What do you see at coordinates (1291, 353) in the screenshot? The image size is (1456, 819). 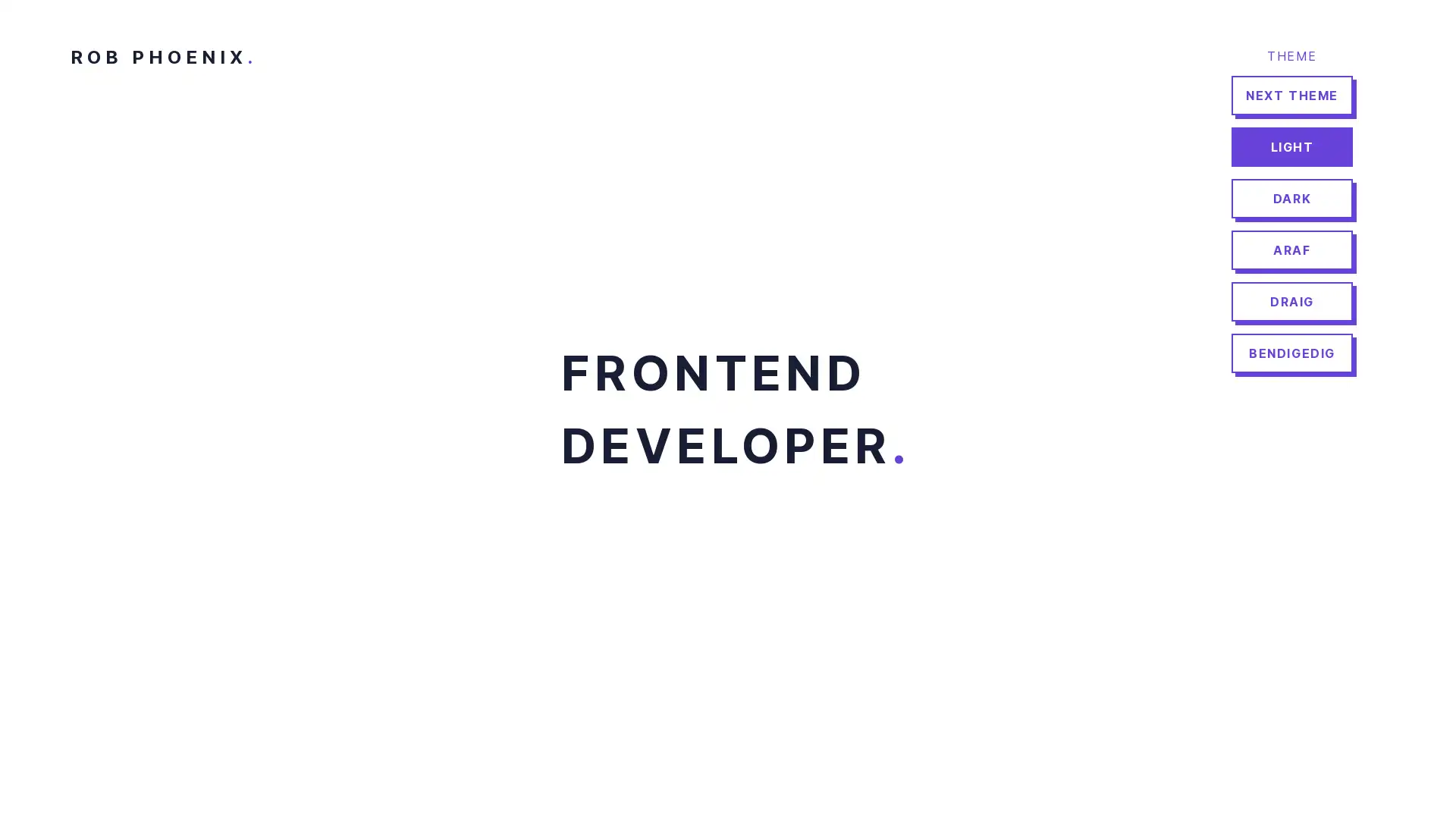 I see `BENDIGEDIG` at bounding box center [1291, 353].